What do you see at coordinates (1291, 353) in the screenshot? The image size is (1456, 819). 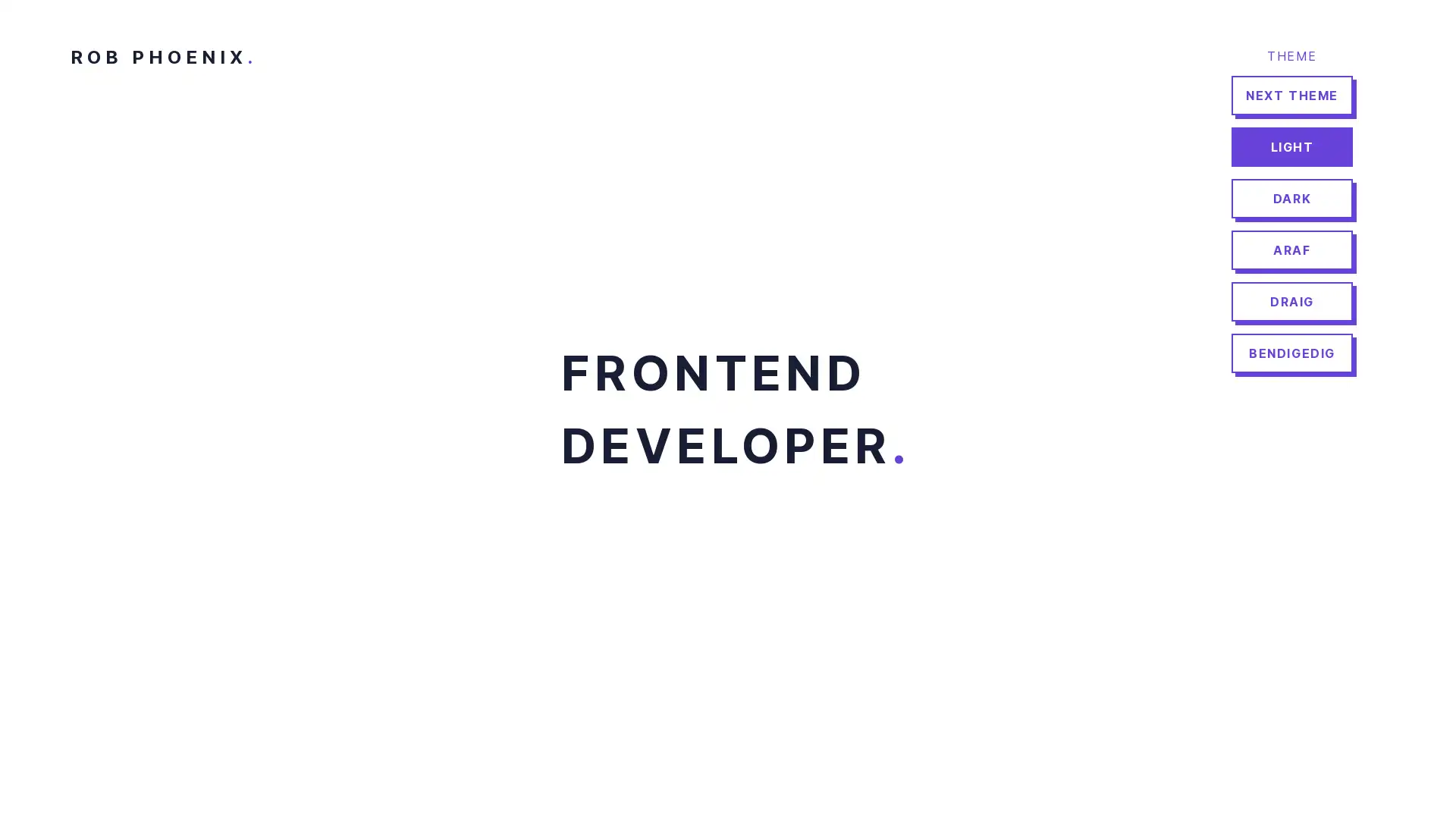 I see `BENDIGEDIG` at bounding box center [1291, 353].